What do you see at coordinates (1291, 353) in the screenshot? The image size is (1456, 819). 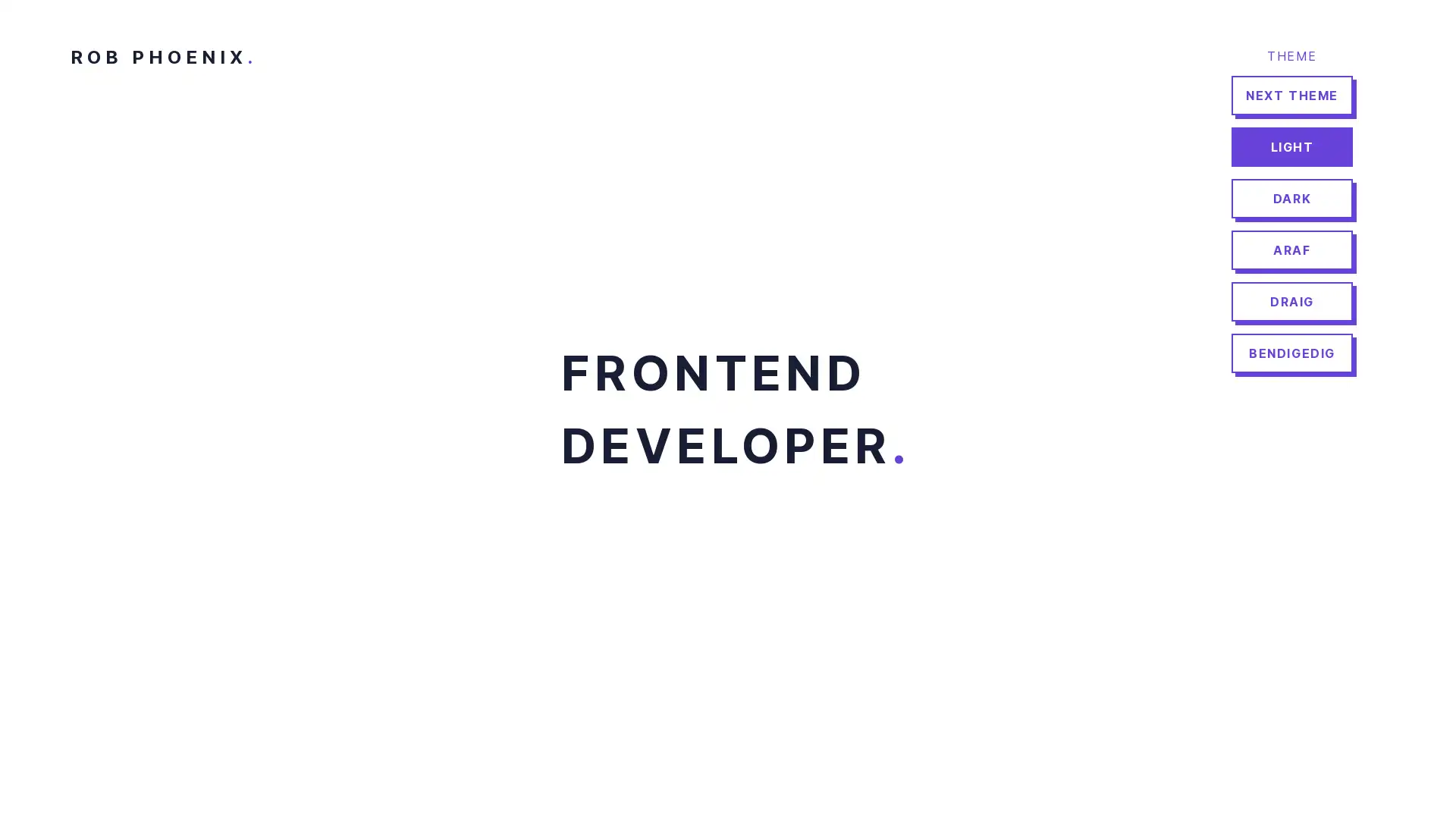 I see `BENDIGEDIG` at bounding box center [1291, 353].